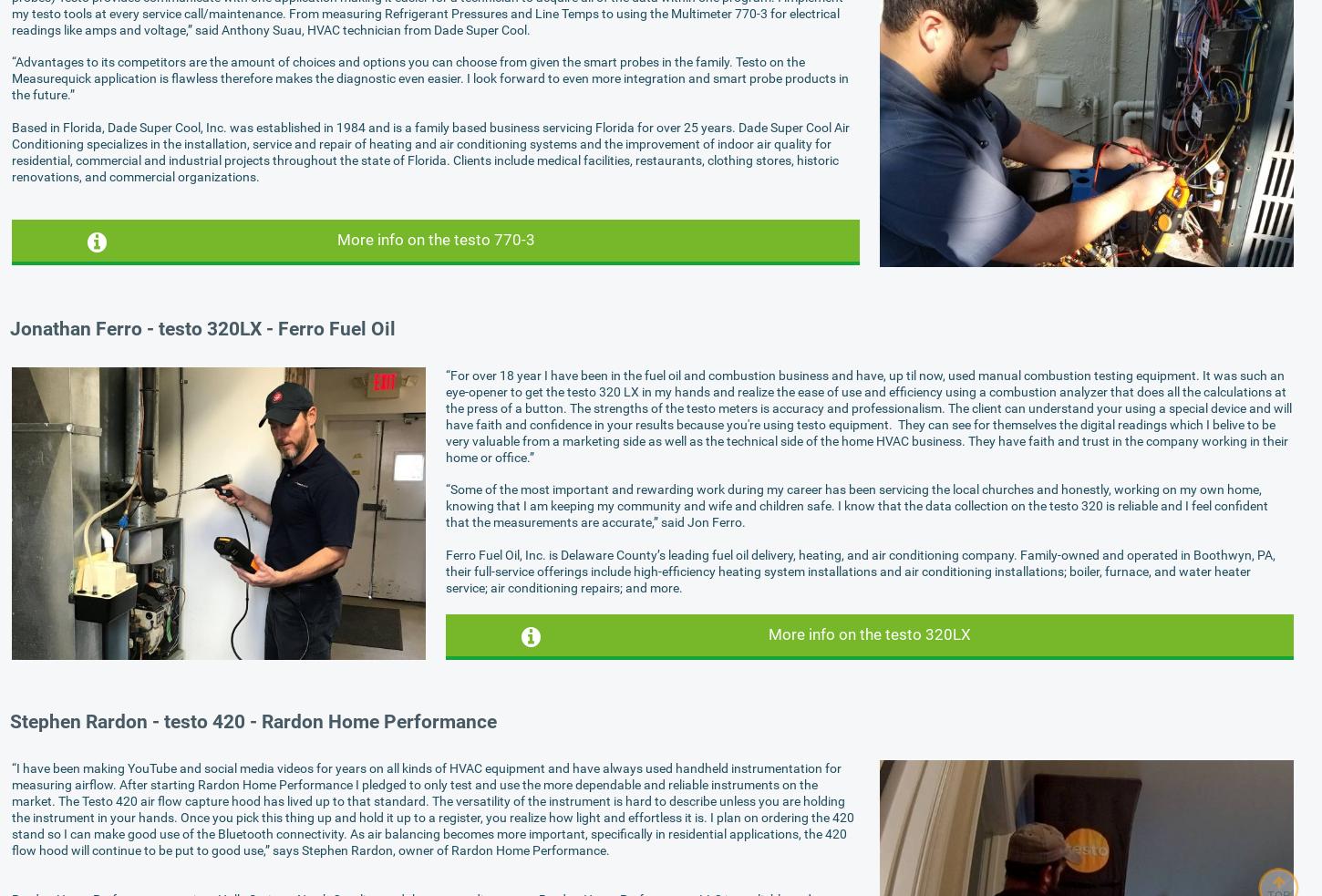 This screenshot has width=1322, height=896. I want to click on '“Some of the most important and rewarding work during my career has been servicing the local churches and honestly, working on my own home, knowing that I am keeping my community and wife and children safe. I know that the data collection on the testo 320 is reliable and I feel confident that the measurements are accurate,” said Jon Ferro.', so click(856, 506).